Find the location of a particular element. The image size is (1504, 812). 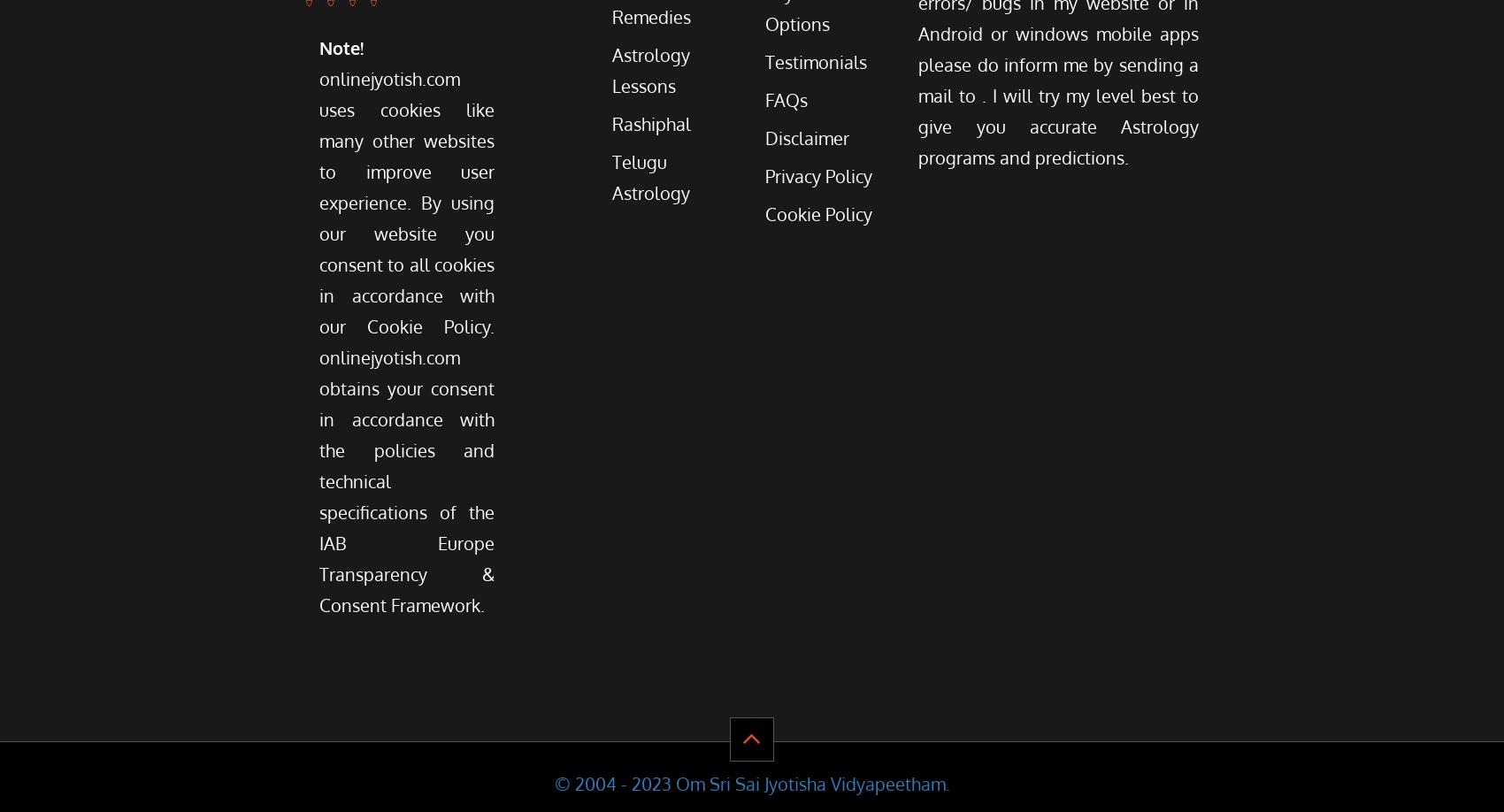

'Astrology Lessons' is located at coordinates (650, 69).